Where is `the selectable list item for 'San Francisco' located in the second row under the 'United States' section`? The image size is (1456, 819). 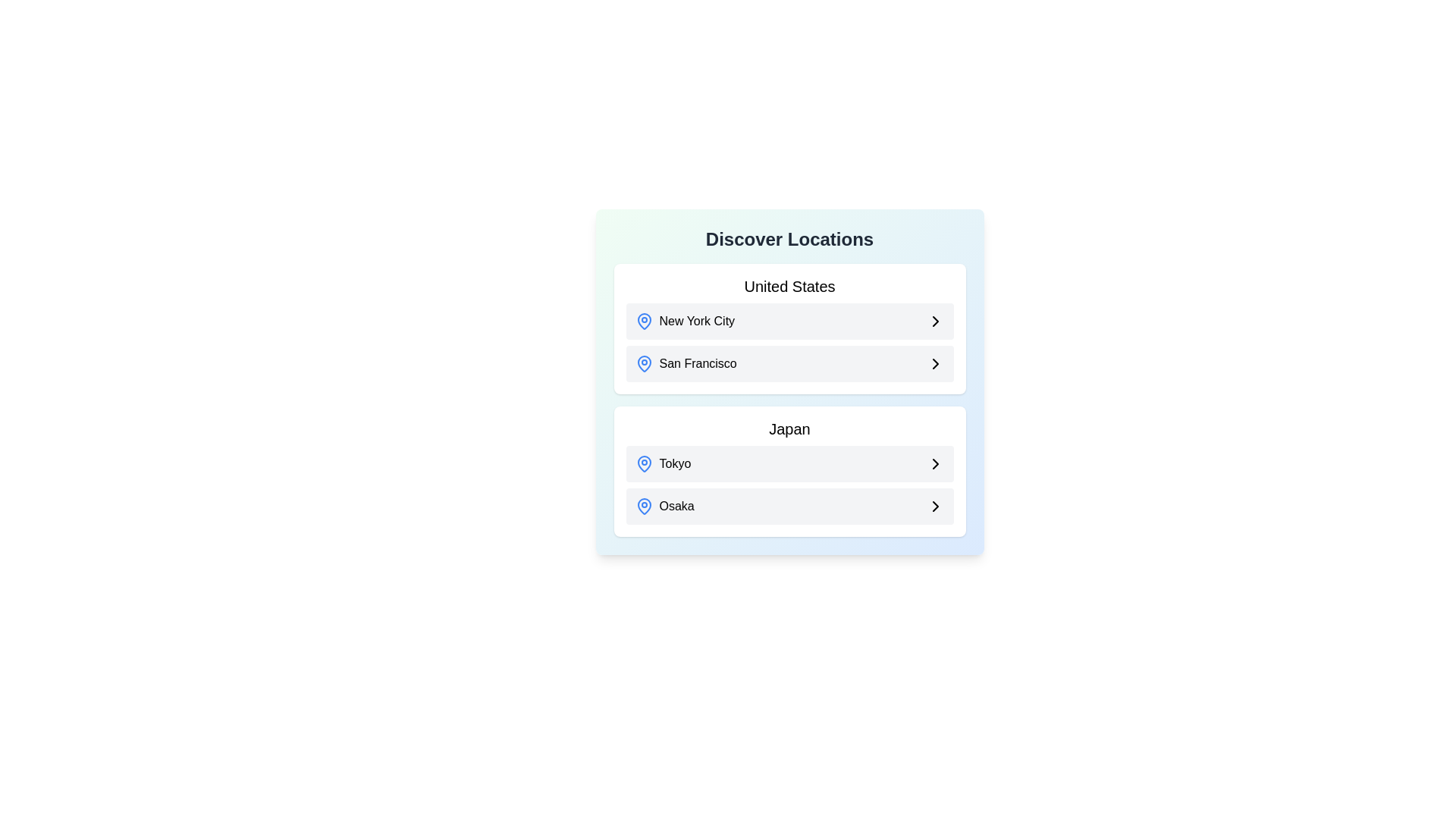
the selectable list item for 'San Francisco' located in the second row under the 'United States' section is located at coordinates (789, 363).